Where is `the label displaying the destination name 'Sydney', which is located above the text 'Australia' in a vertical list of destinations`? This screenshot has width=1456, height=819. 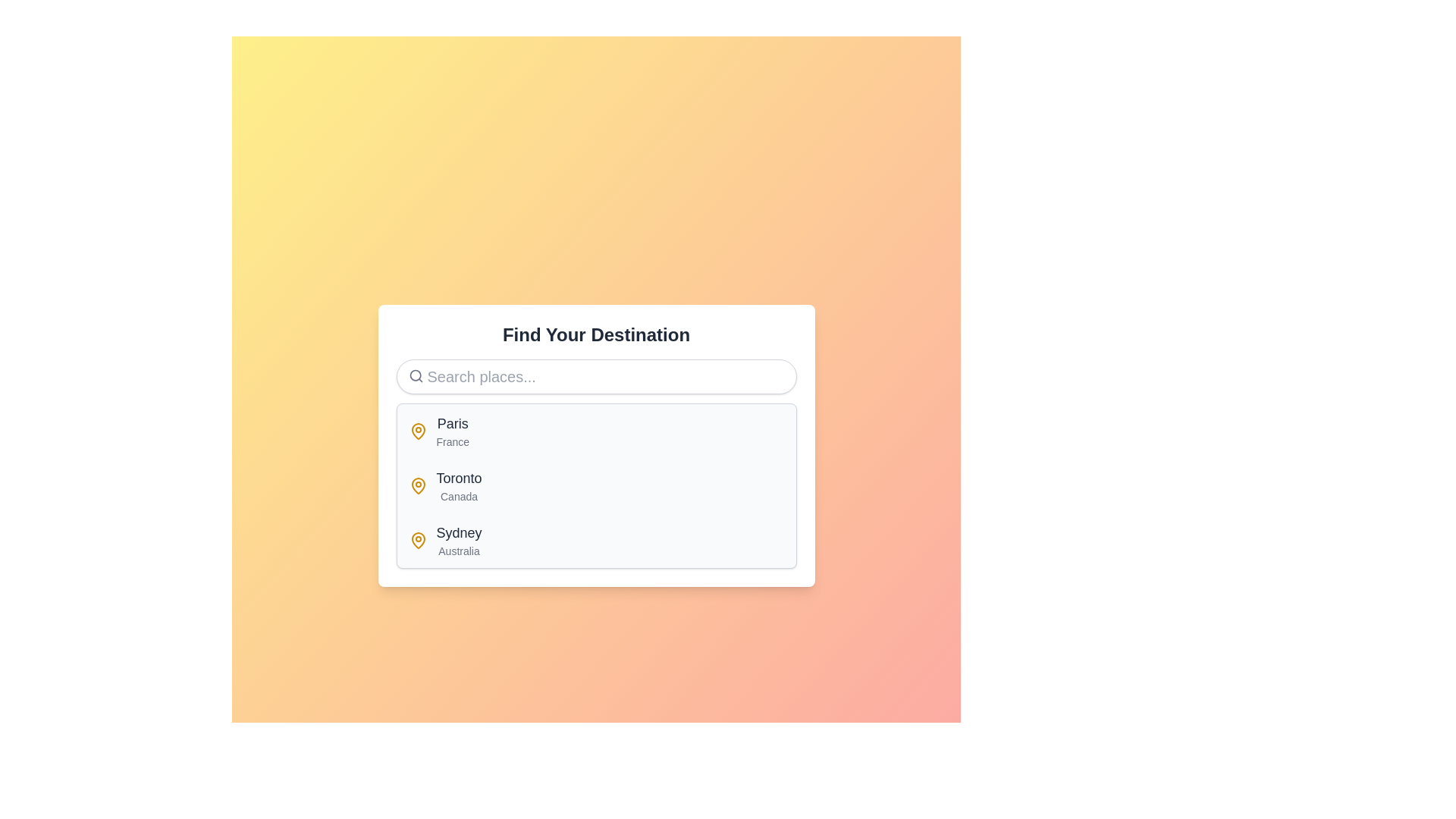
the label displaying the destination name 'Sydney', which is located above the text 'Australia' in a vertical list of destinations is located at coordinates (458, 532).